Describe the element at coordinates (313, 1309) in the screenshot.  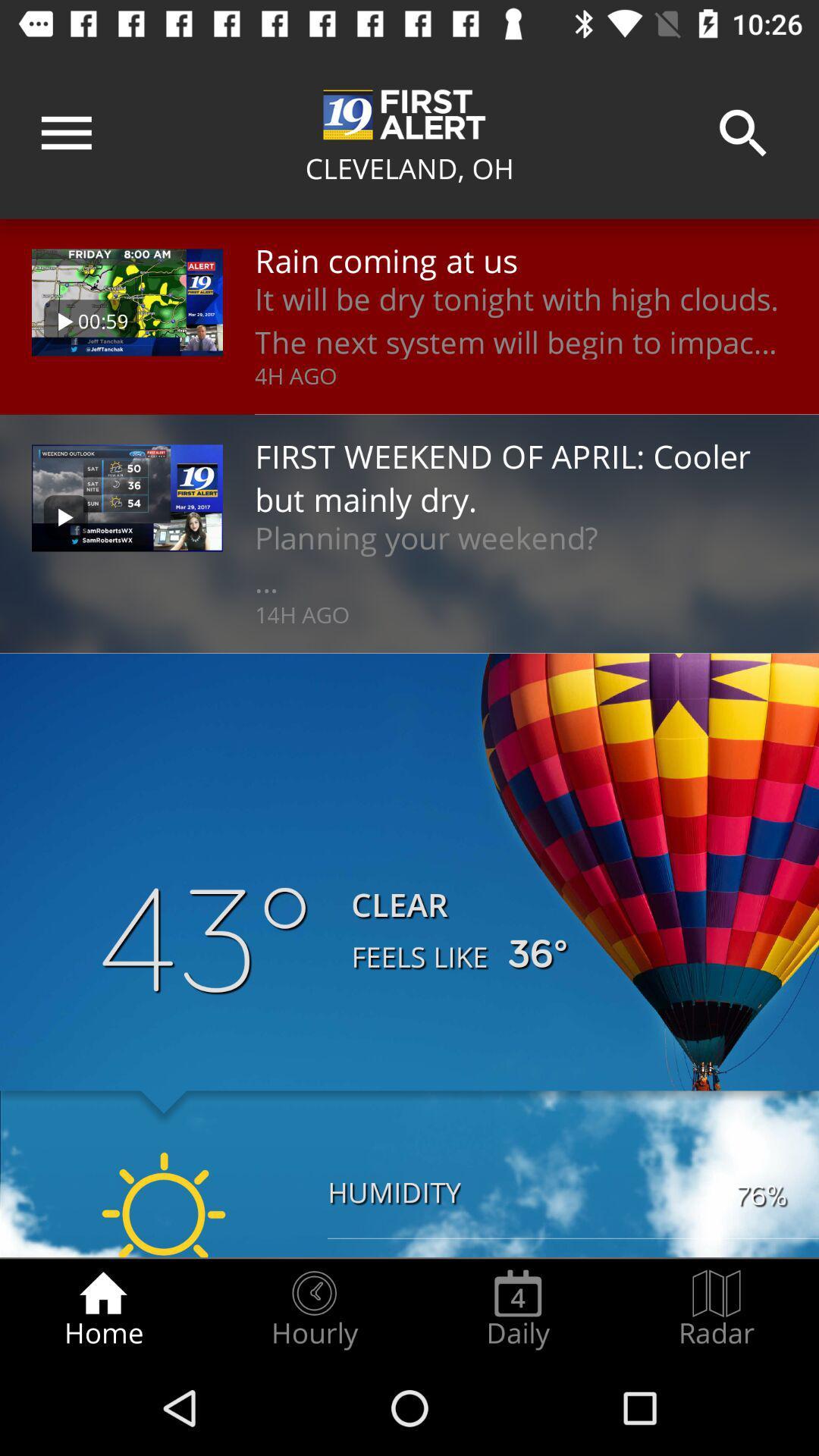
I see `icon next to home` at that location.